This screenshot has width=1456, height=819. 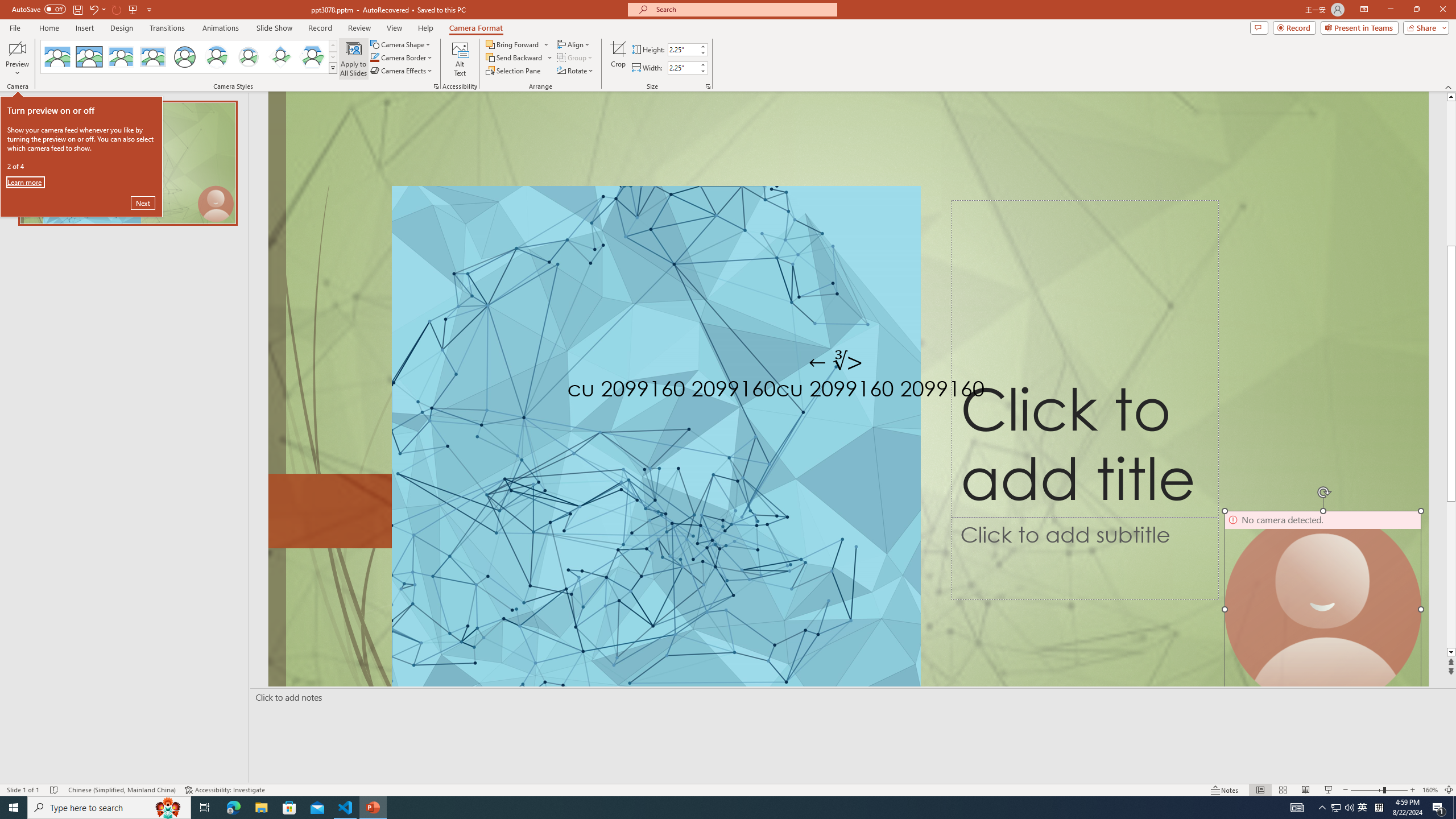 What do you see at coordinates (617, 59) in the screenshot?
I see `'Crop'` at bounding box center [617, 59].